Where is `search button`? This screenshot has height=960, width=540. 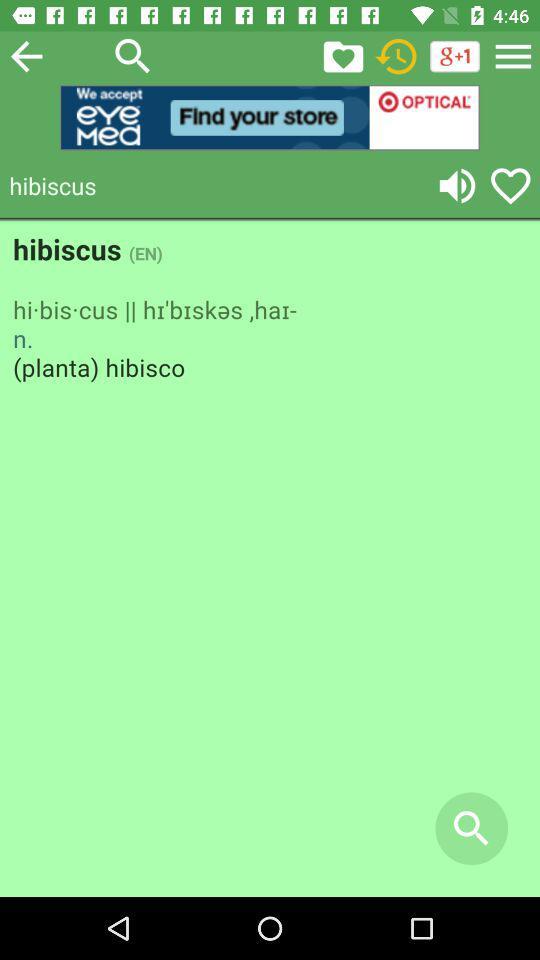 search button is located at coordinates (133, 55).